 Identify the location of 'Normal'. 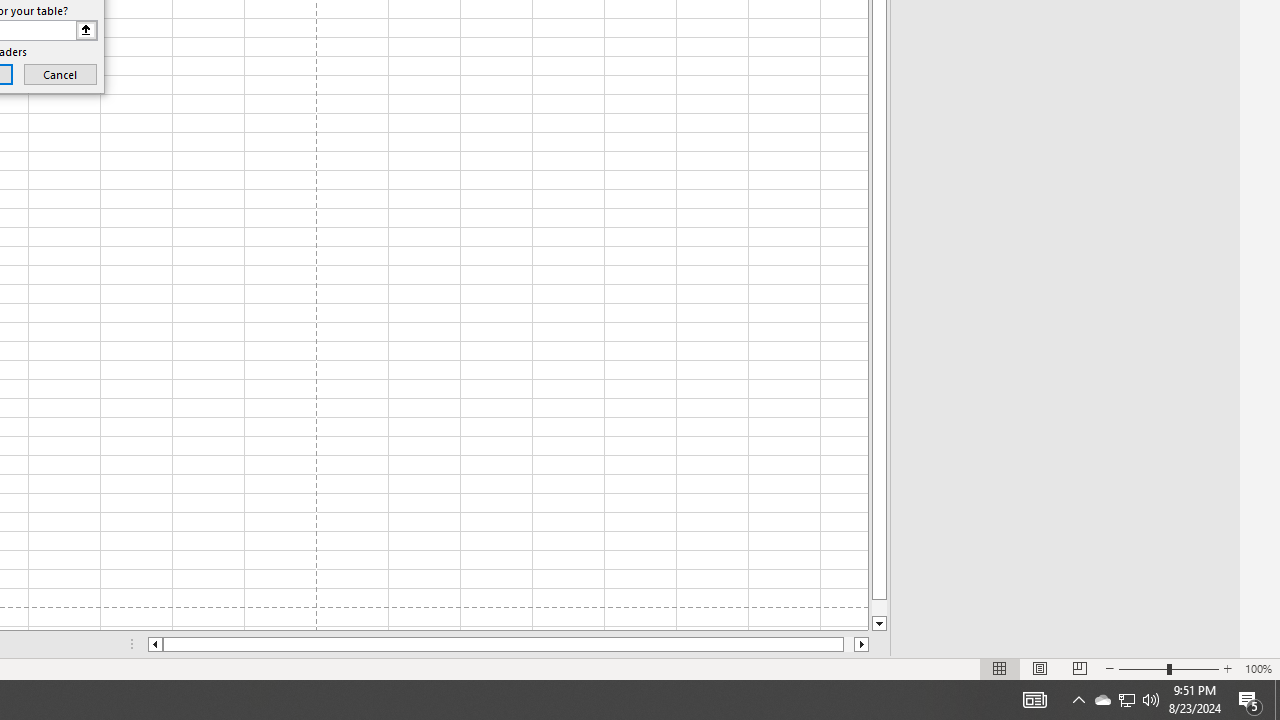
(1000, 669).